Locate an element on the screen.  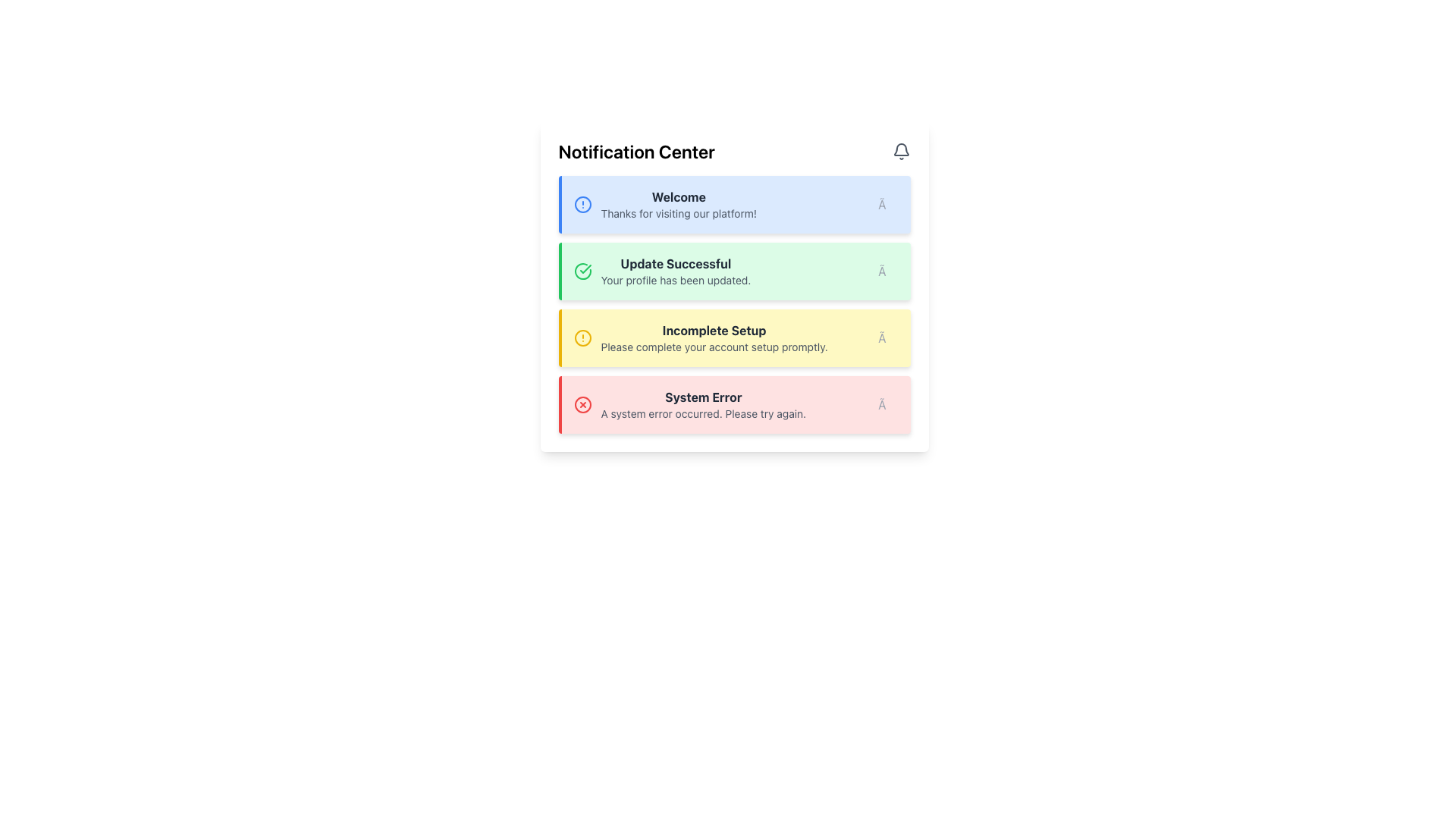
the non-interactive confirmation message that follows the bold heading 'Update Successful' in the green notification card located in the 'Notification Center' panel is located at coordinates (675, 281).